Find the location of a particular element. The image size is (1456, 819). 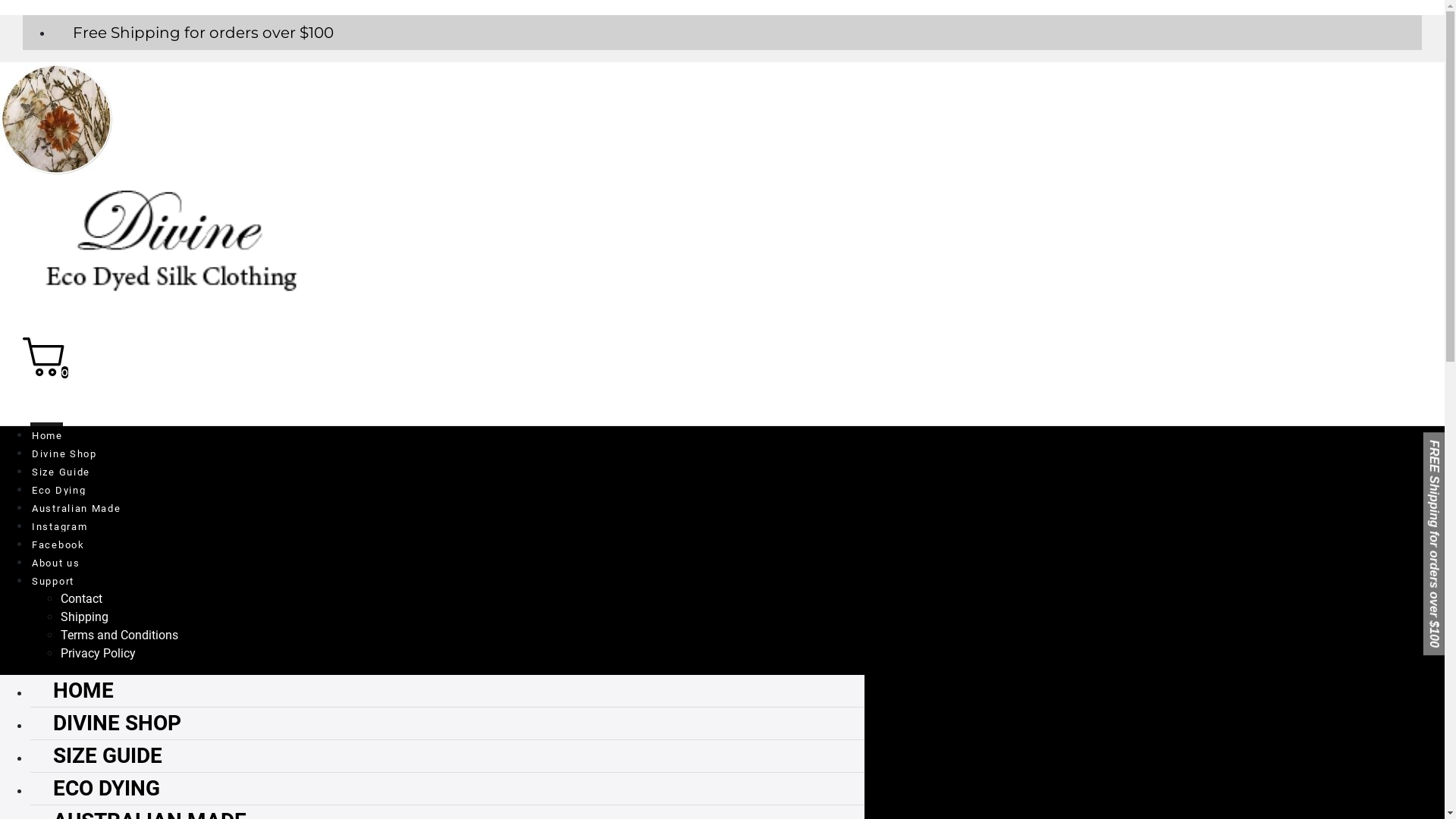

'Terms and Conditions' is located at coordinates (118, 635).